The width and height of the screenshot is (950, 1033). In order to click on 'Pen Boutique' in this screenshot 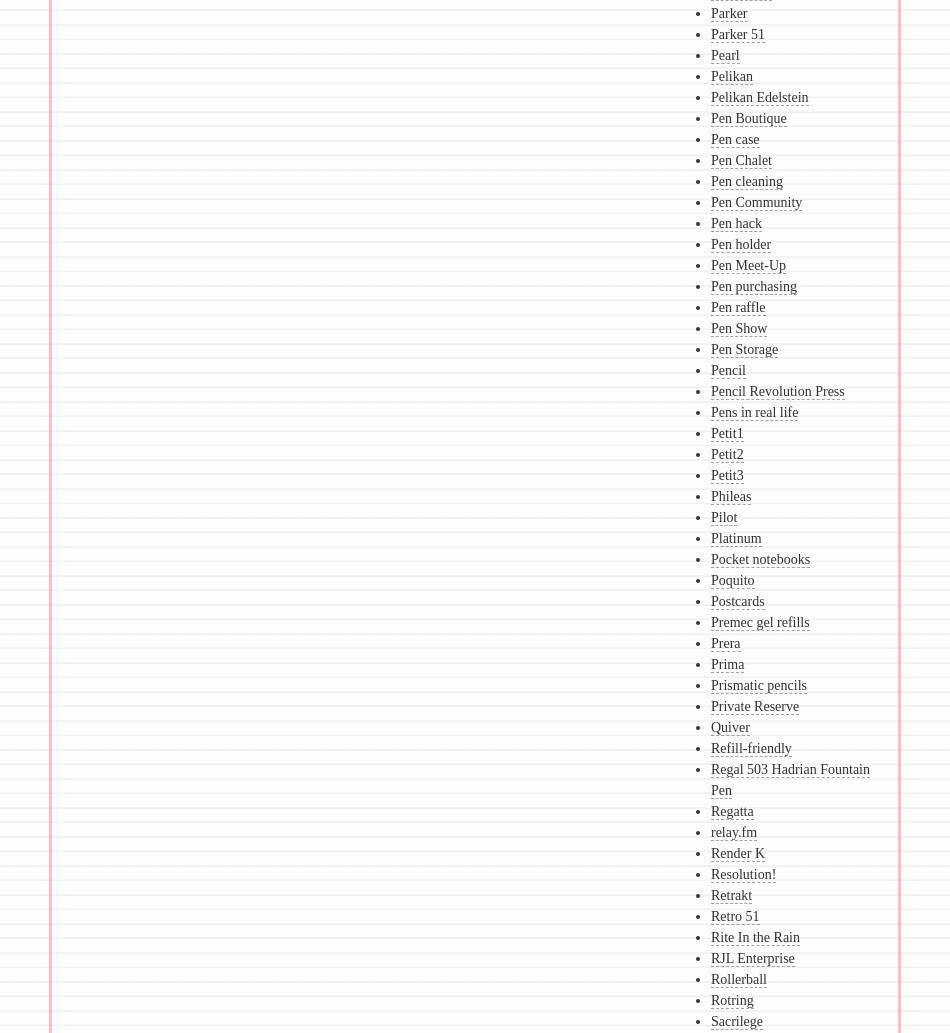, I will do `click(747, 118)`.